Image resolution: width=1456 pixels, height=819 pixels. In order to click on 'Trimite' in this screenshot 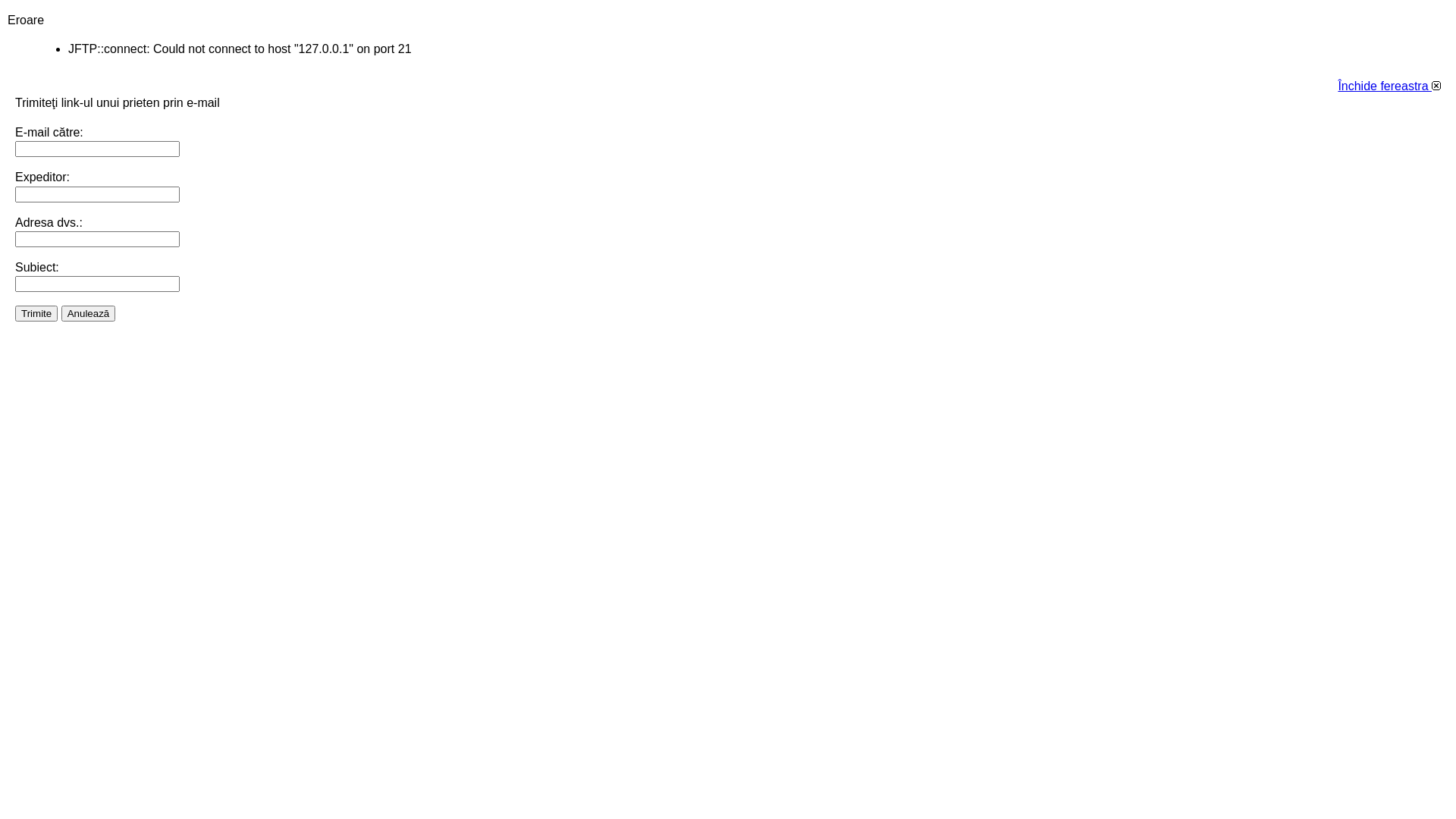, I will do `click(36, 312)`.